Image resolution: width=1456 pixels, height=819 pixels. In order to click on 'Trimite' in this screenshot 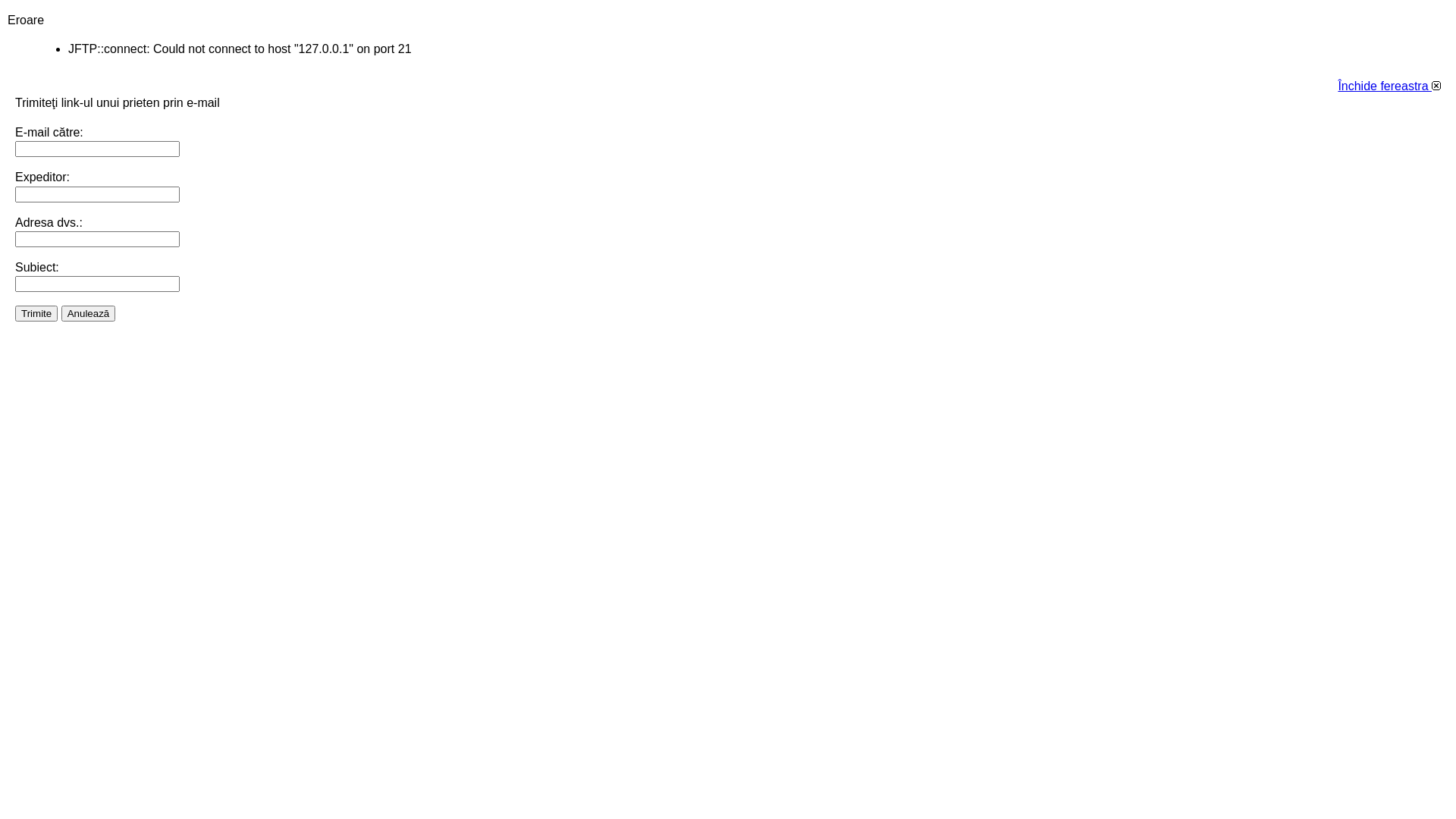, I will do `click(36, 312)`.